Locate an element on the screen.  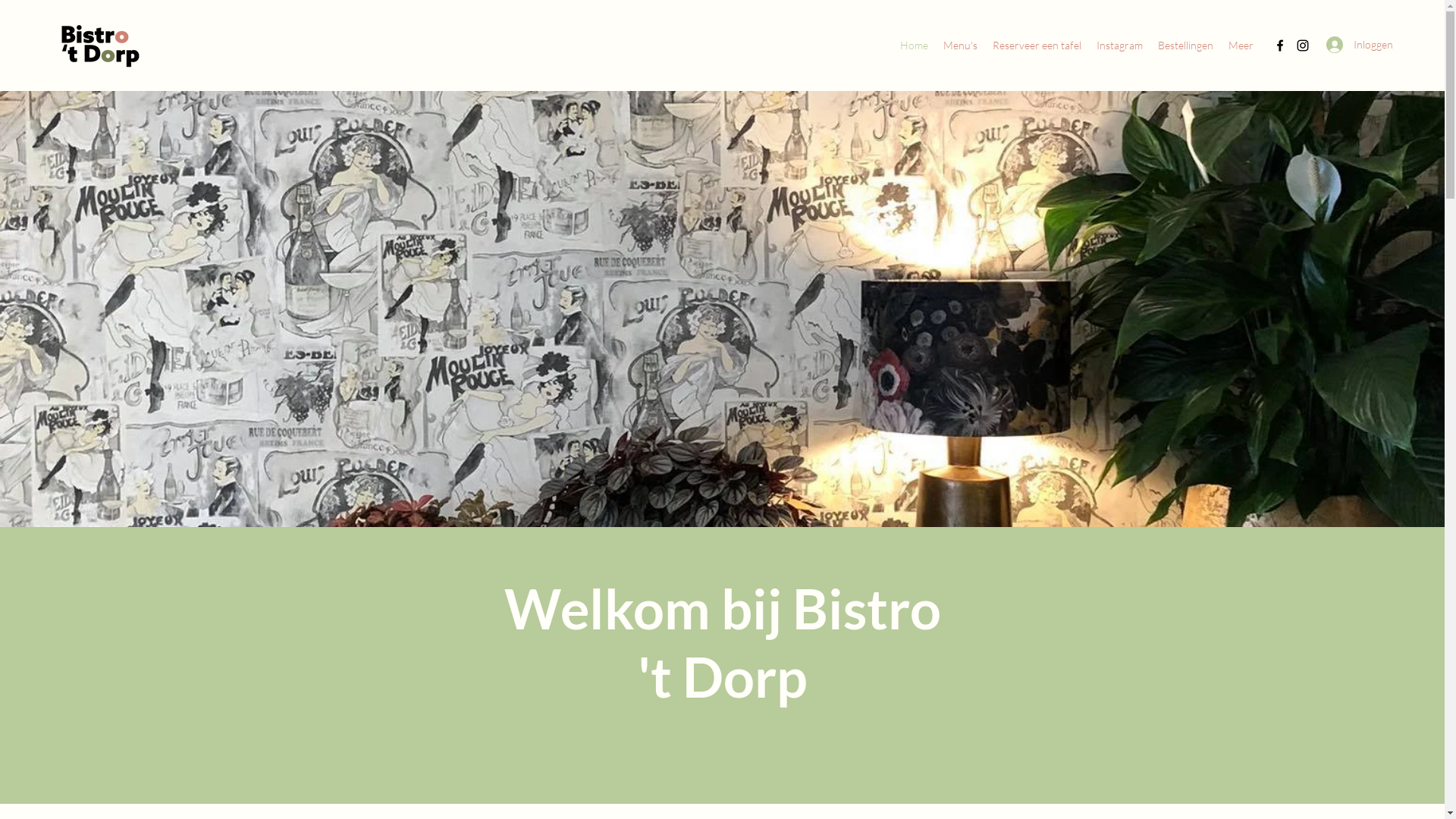
'Reserveer een tafel' is located at coordinates (1036, 45).